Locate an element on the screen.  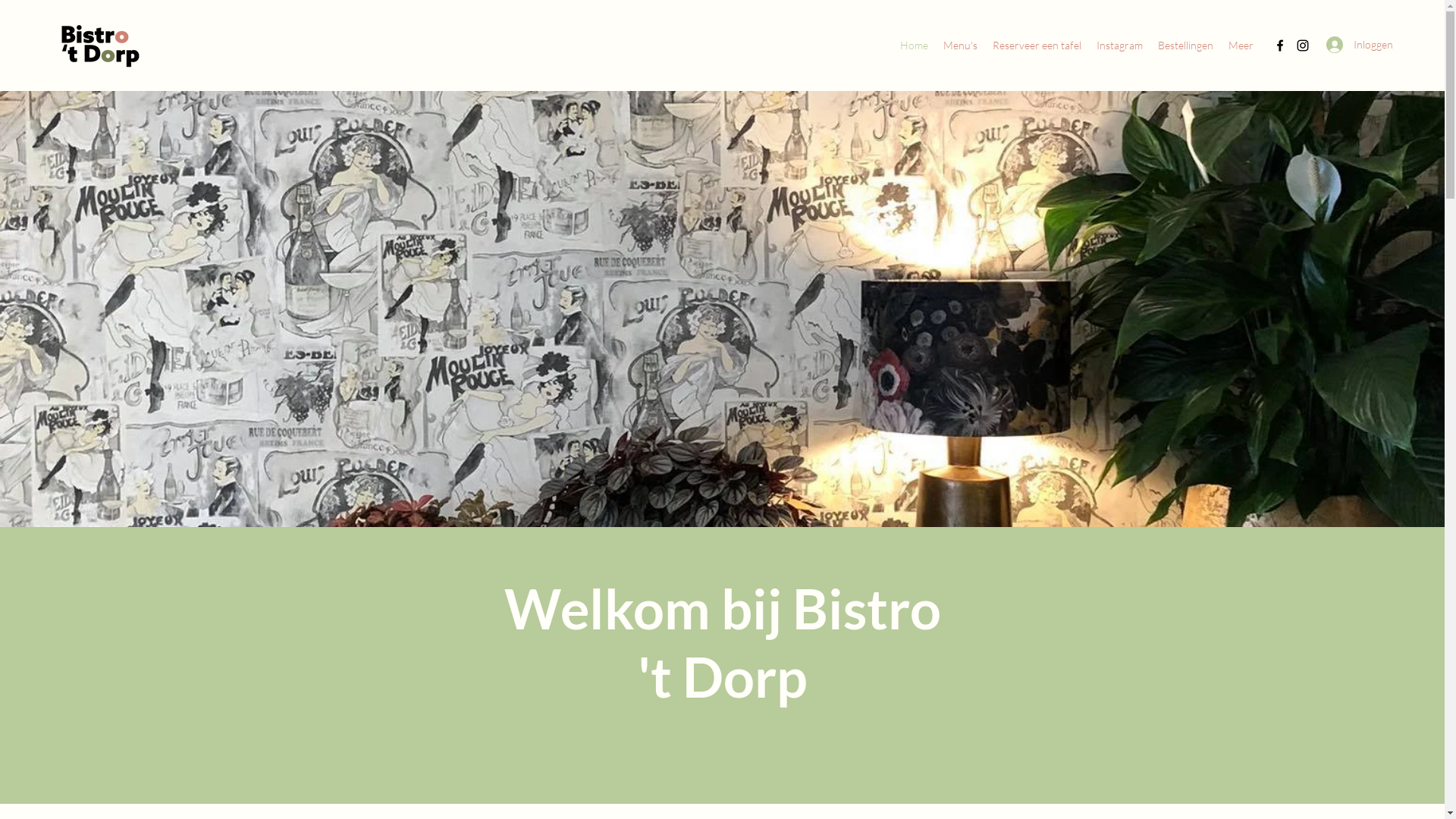
'Reserveer een tafel' is located at coordinates (1036, 45).